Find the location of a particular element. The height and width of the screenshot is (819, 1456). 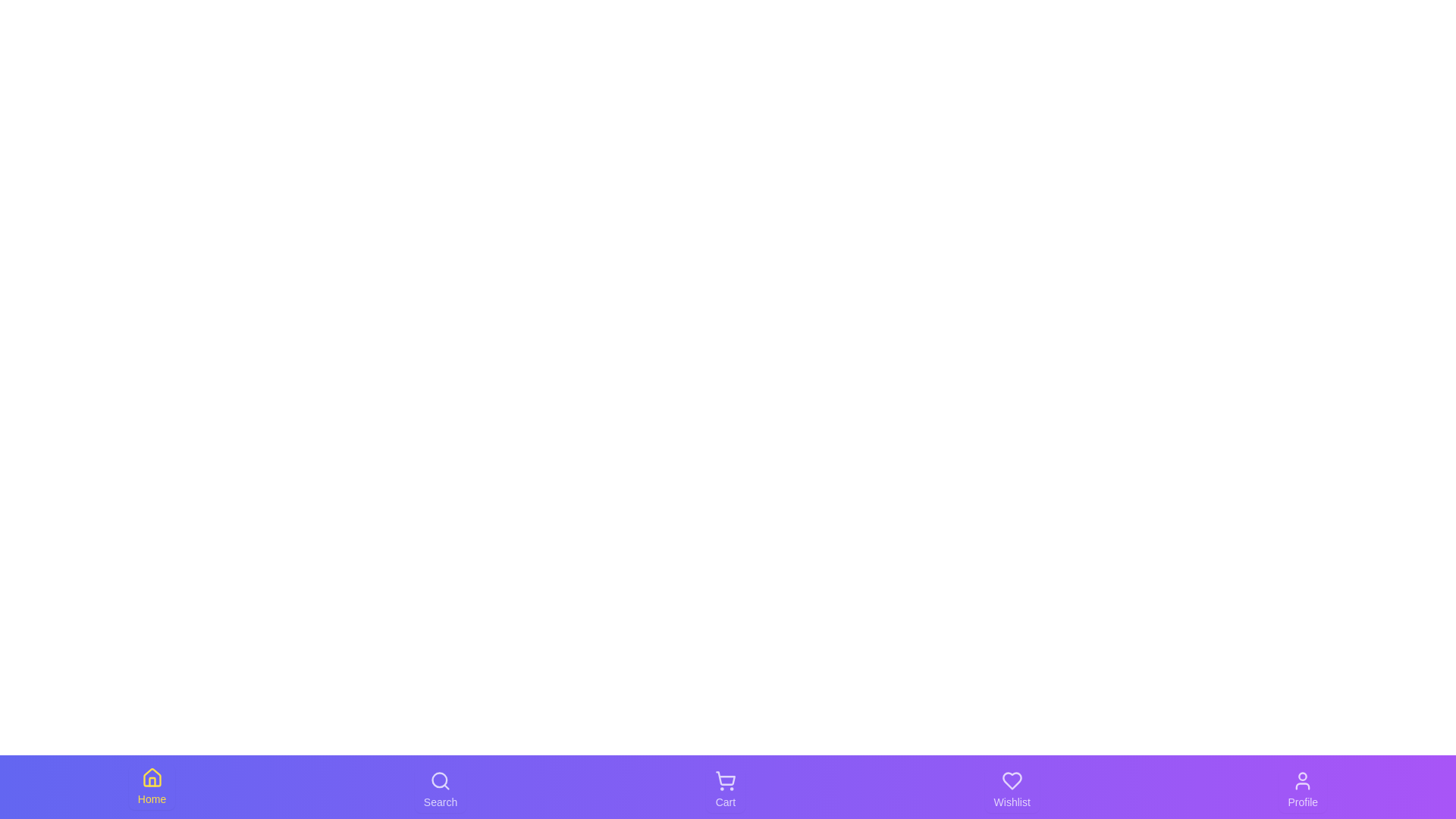

the tab corresponding to Search to switch to that section is located at coordinates (439, 789).